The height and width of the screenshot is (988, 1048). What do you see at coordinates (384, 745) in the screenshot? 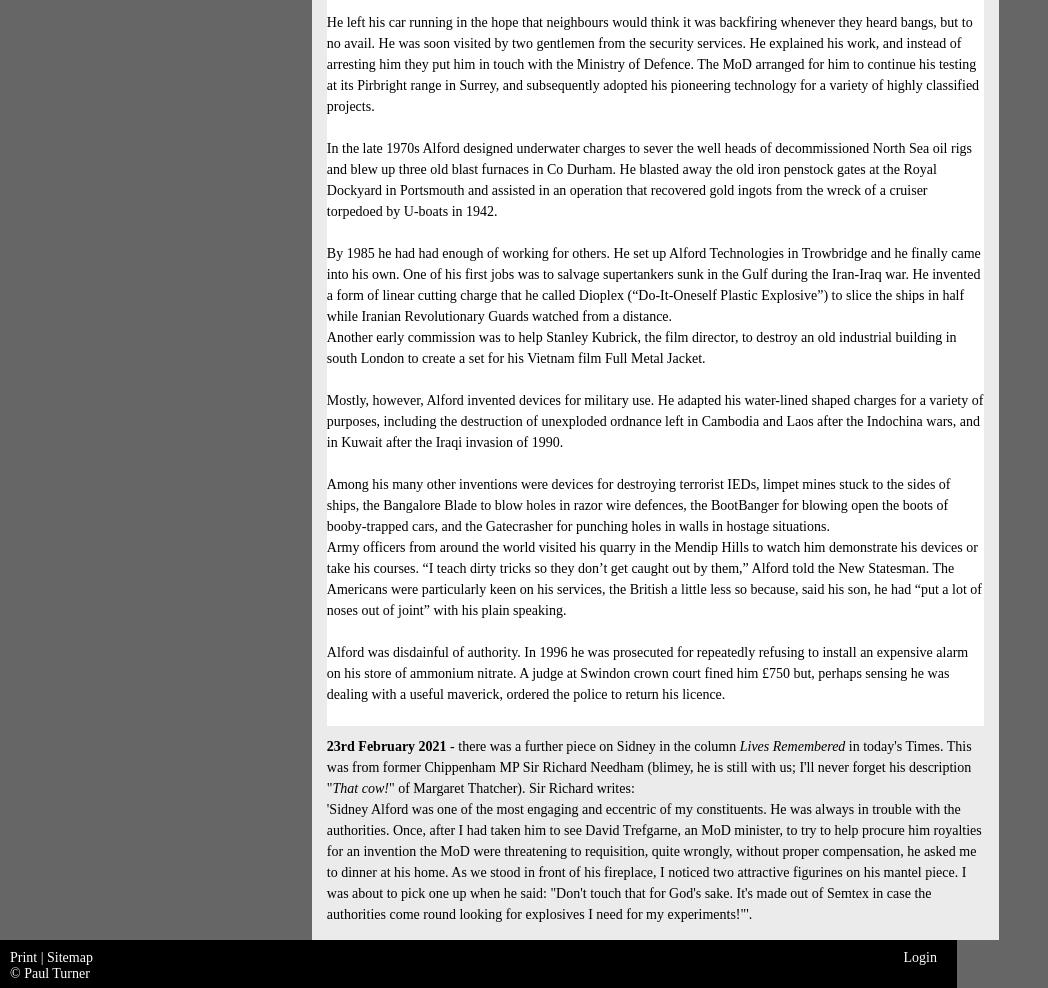
I see `'23rd February 2021'` at bounding box center [384, 745].